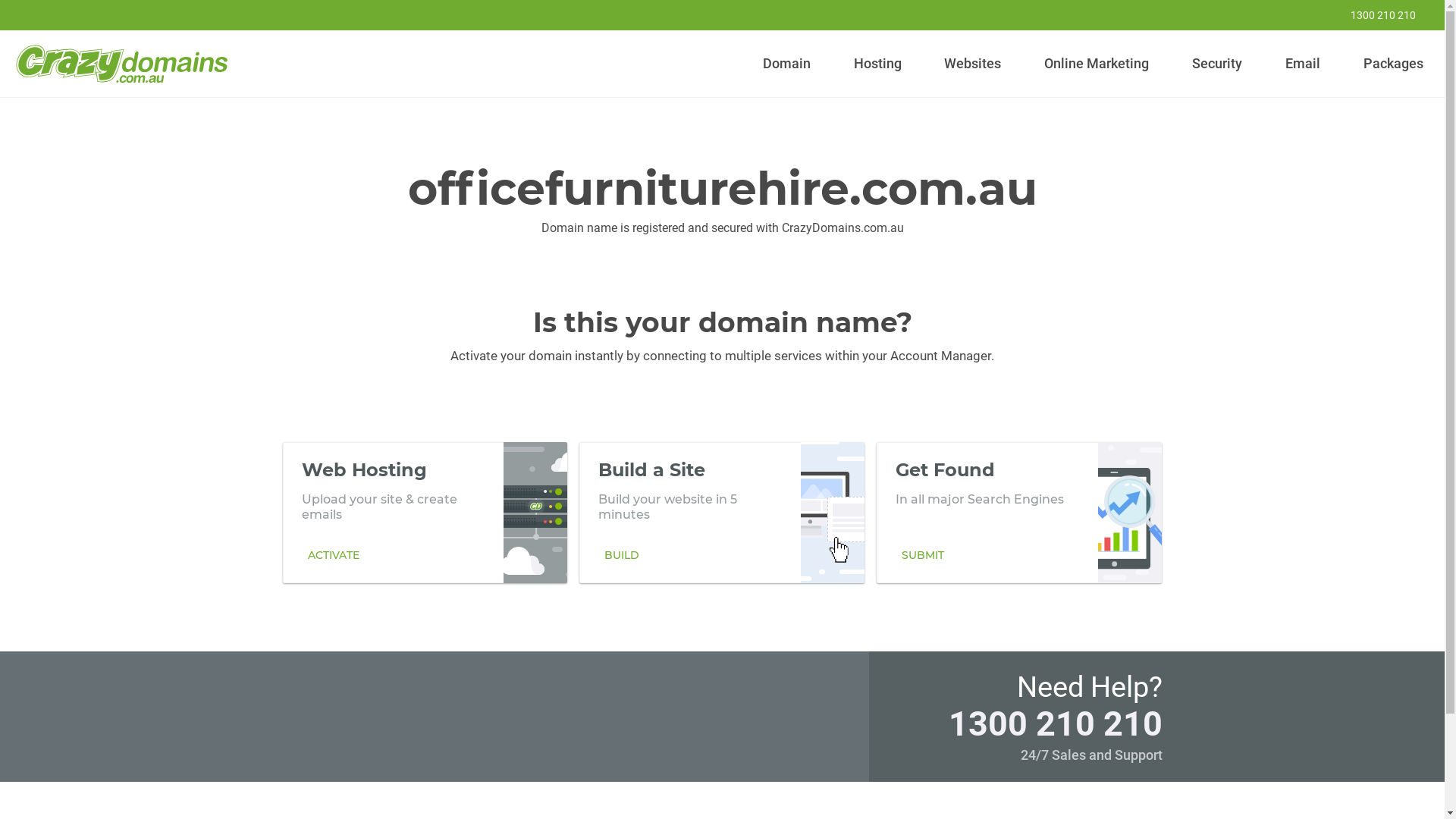 Image resolution: width=1456 pixels, height=819 pixels. I want to click on 'Packages', so click(1393, 63).